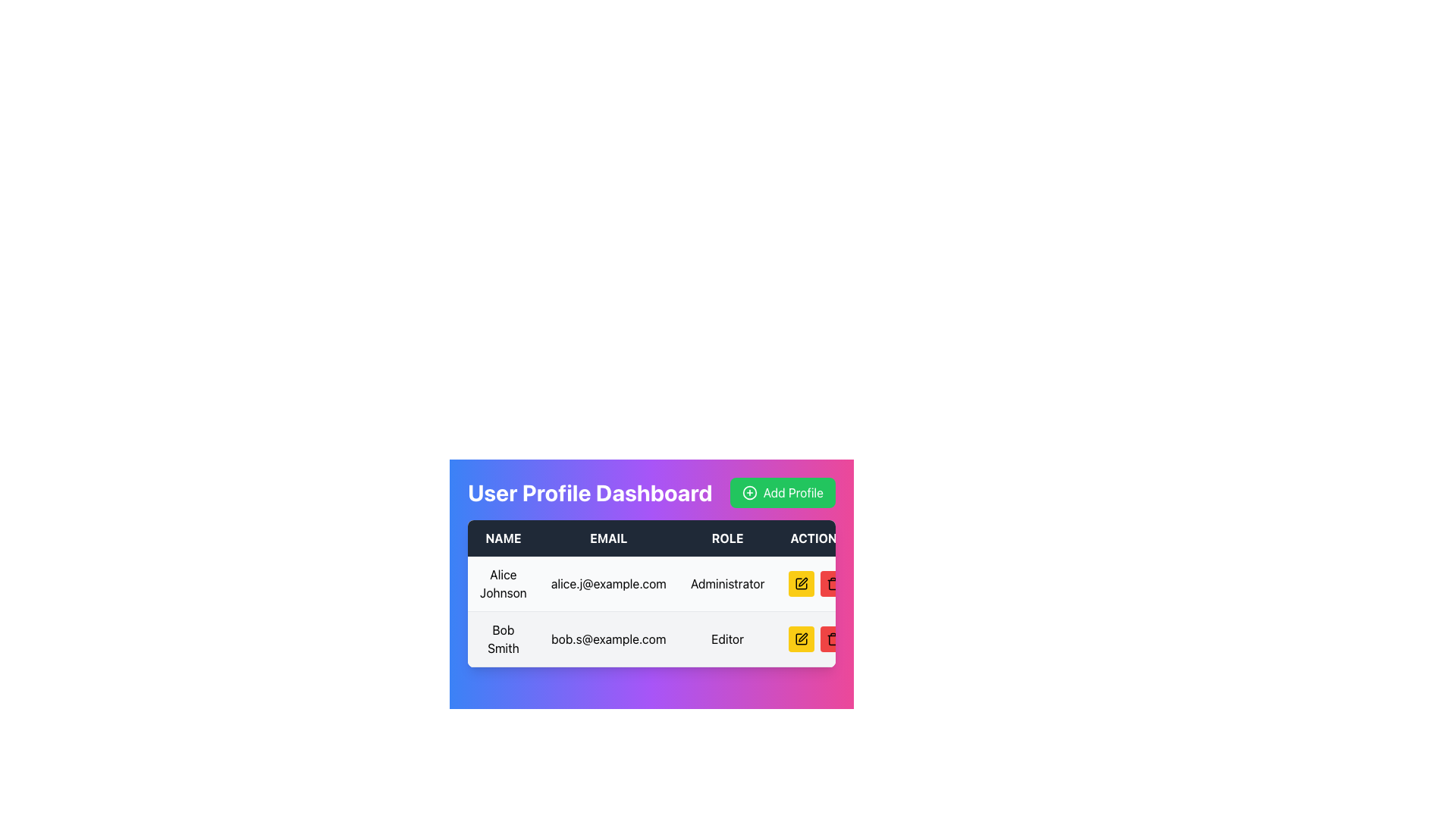 Image resolution: width=1456 pixels, height=819 pixels. I want to click on the label that identifies the first column of the user table, which corresponds to the users' names. This label is located in the first cell of the header row, before the 'EMAIL,' 'ROLE,' and 'ACTION' labels, so click(503, 537).